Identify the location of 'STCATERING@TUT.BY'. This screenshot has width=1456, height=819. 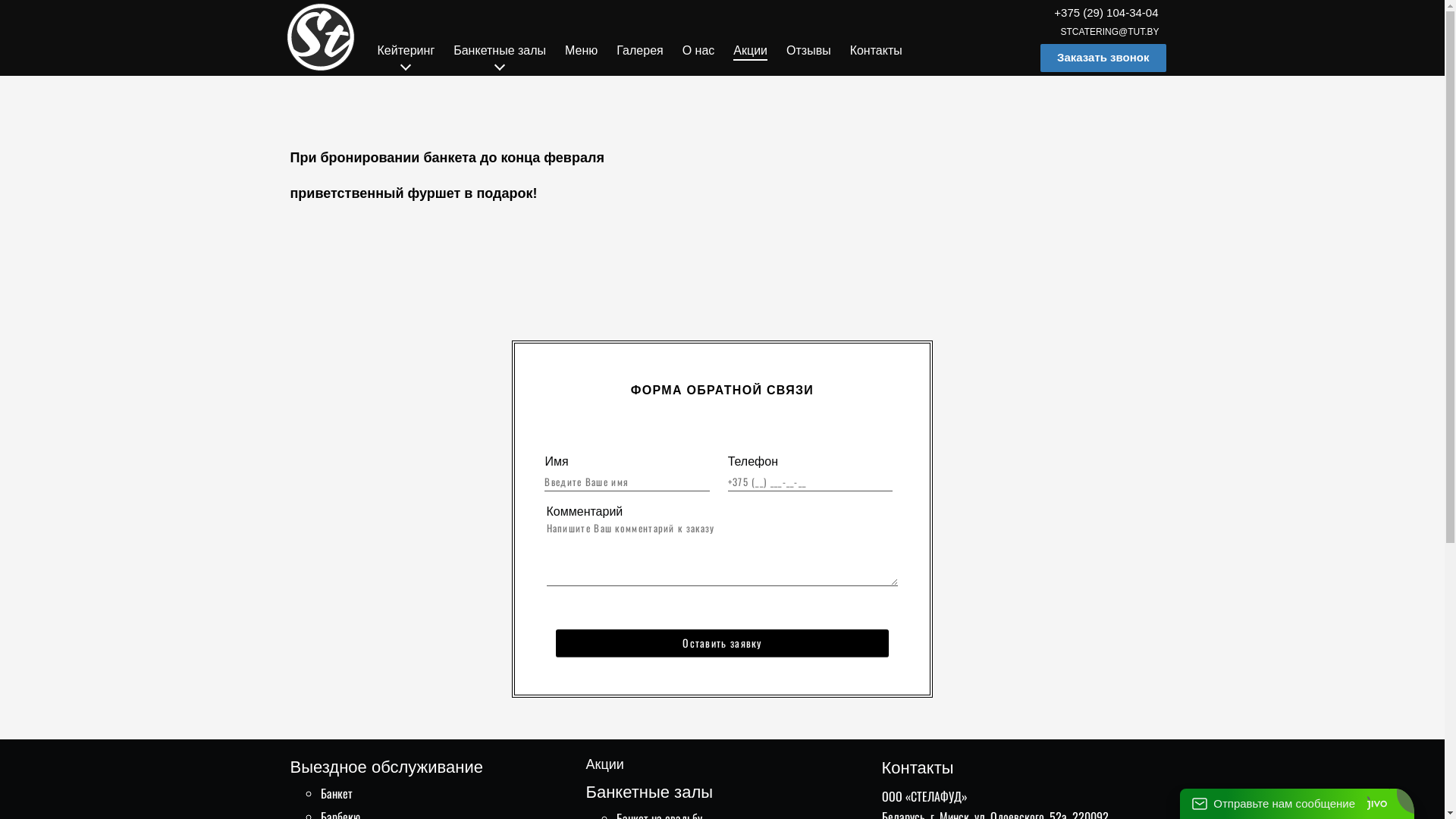
(1110, 32).